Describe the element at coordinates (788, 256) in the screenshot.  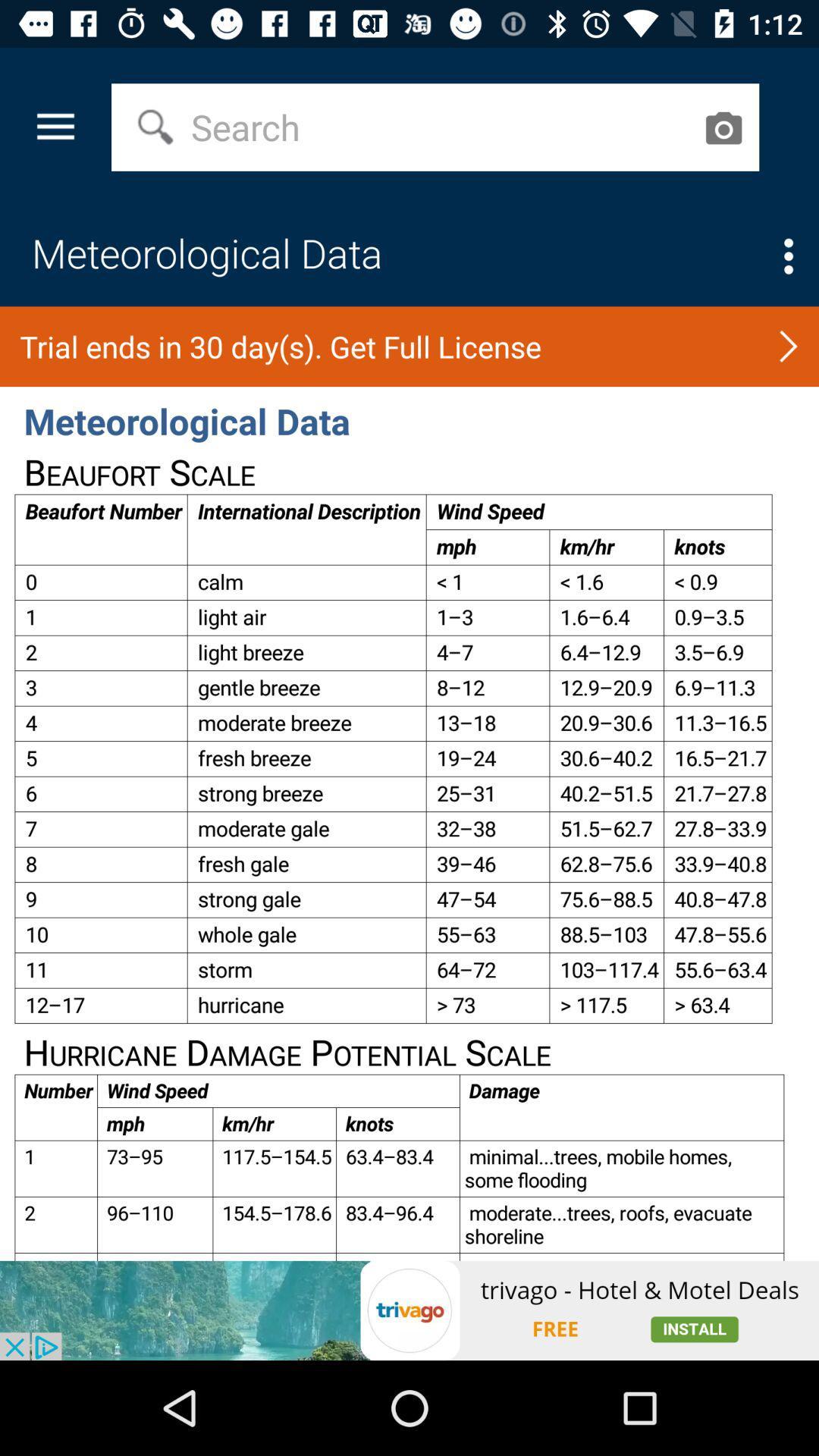
I see `more information` at that location.